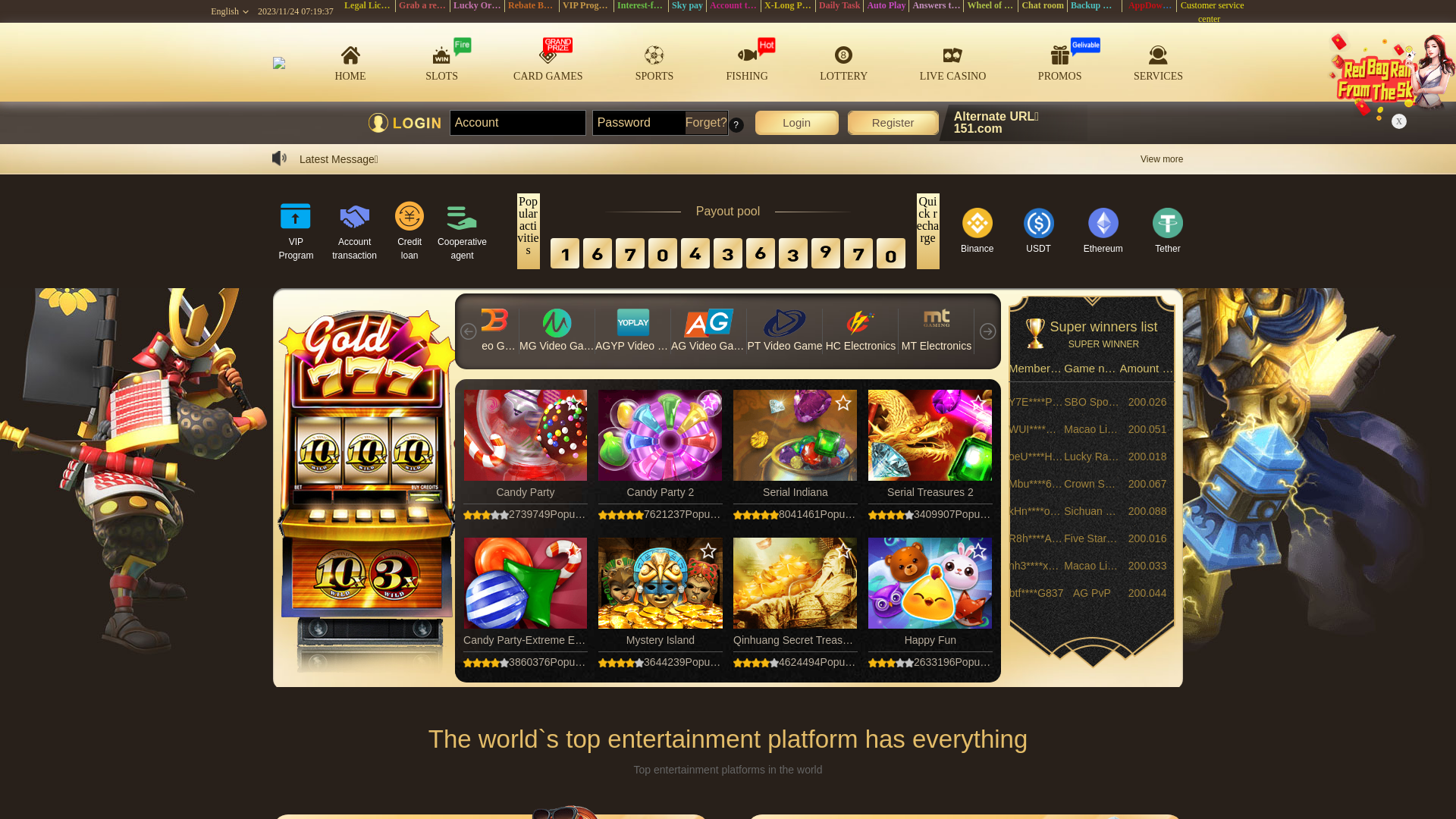  I want to click on 'SPORTS', so click(654, 61).